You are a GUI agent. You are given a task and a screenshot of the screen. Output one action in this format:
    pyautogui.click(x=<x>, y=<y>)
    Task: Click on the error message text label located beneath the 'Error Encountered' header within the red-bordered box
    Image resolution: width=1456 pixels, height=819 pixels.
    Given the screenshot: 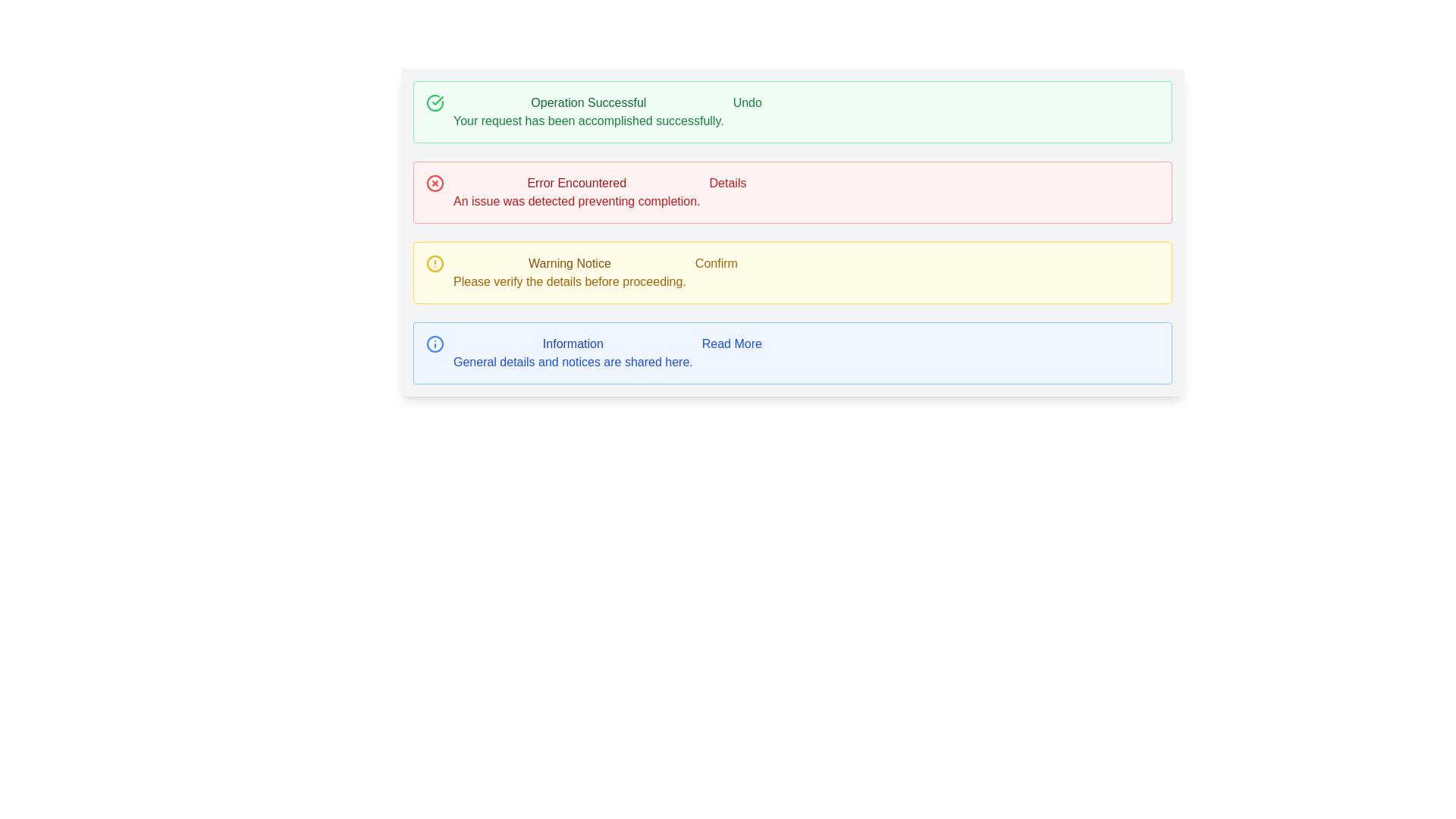 What is the action you would take?
    pyautogui.click(x=576, y=201)
    